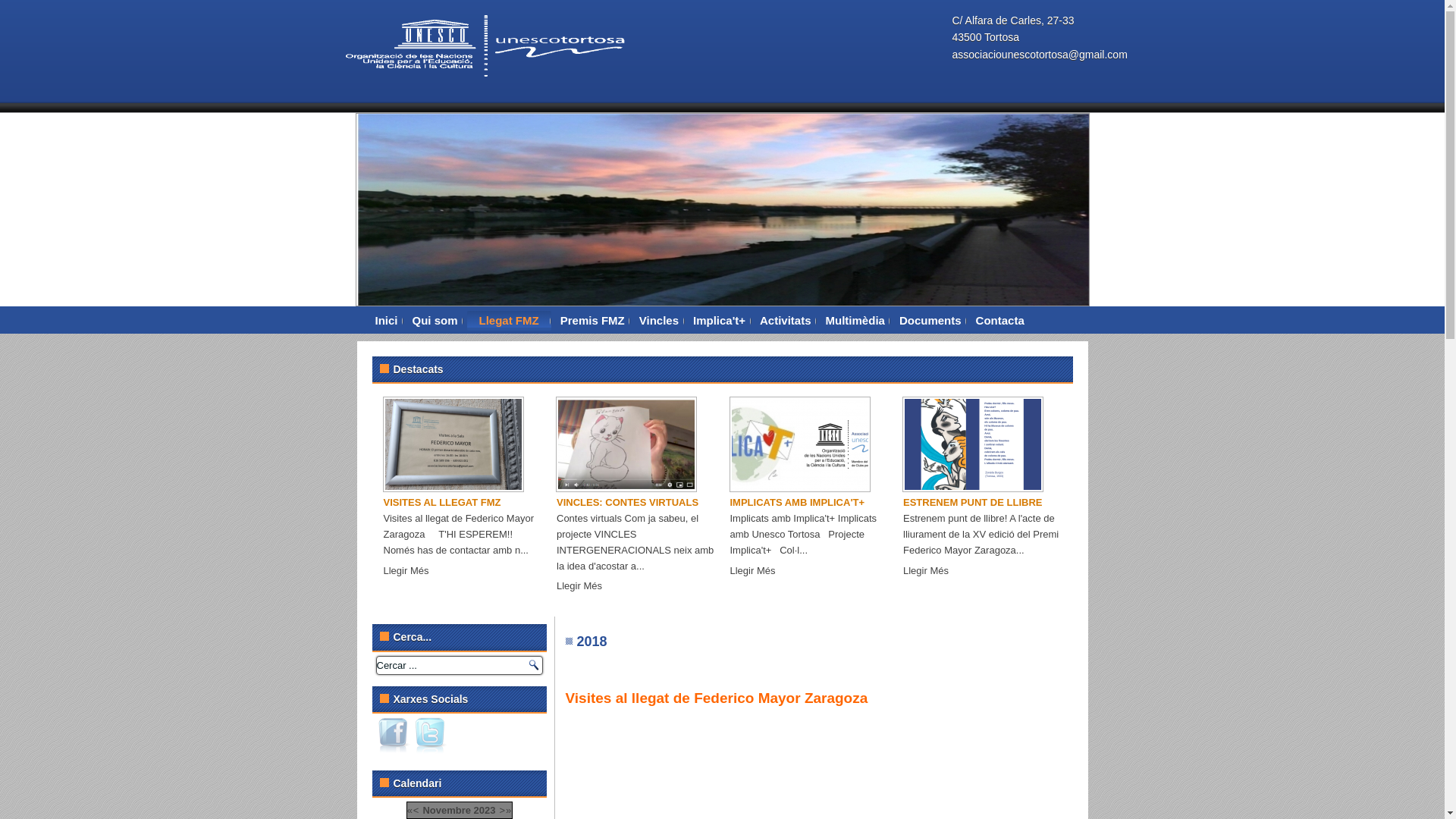  What do you see at coordinates (484, 809) in the screenshot?
I see `'2023'` at bounding box center [484, 809].